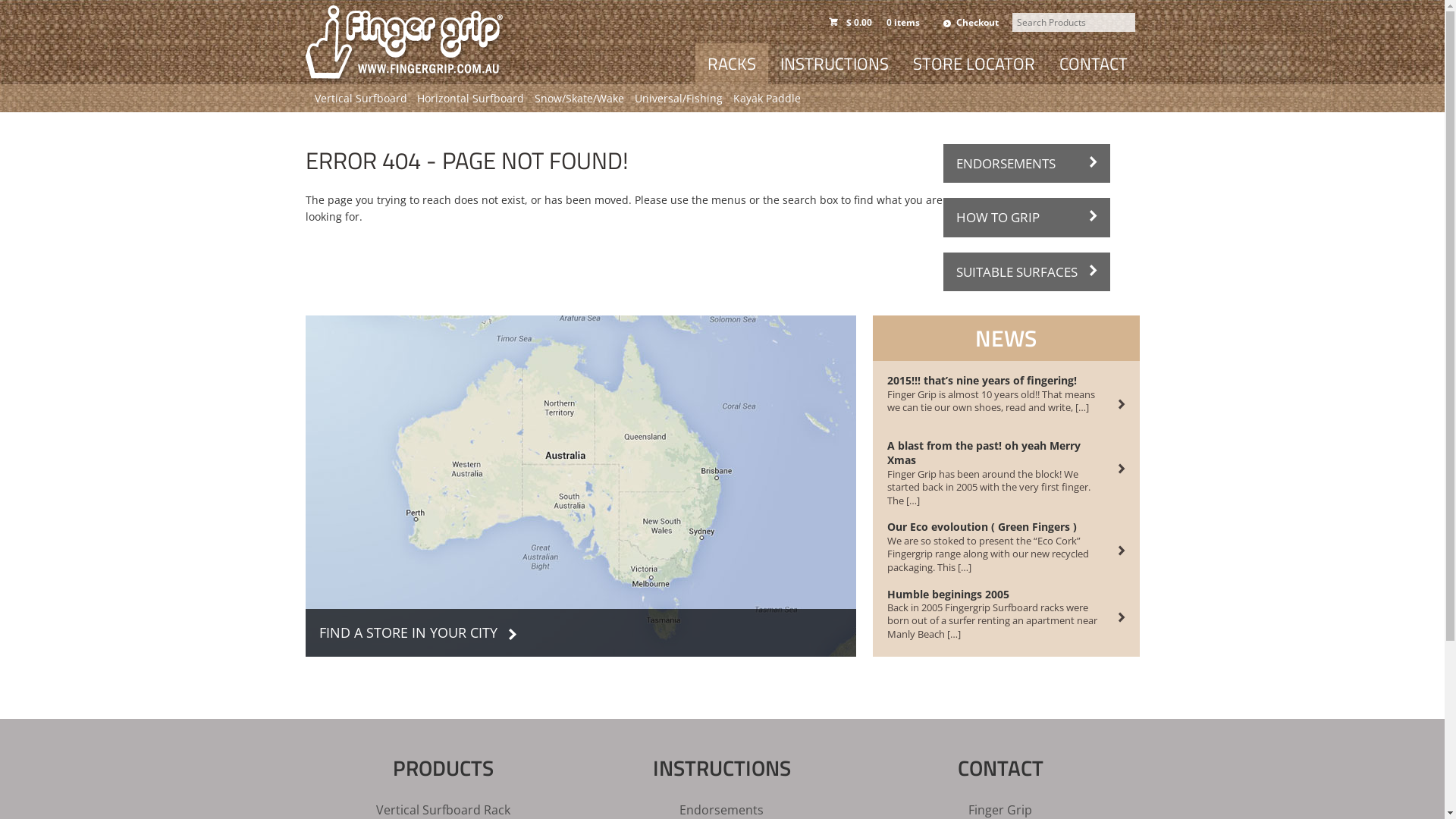  Describe the element at coordinates (442, 808) in the screenshot. I see `'Vertical Surfboard Rack'` at that location.